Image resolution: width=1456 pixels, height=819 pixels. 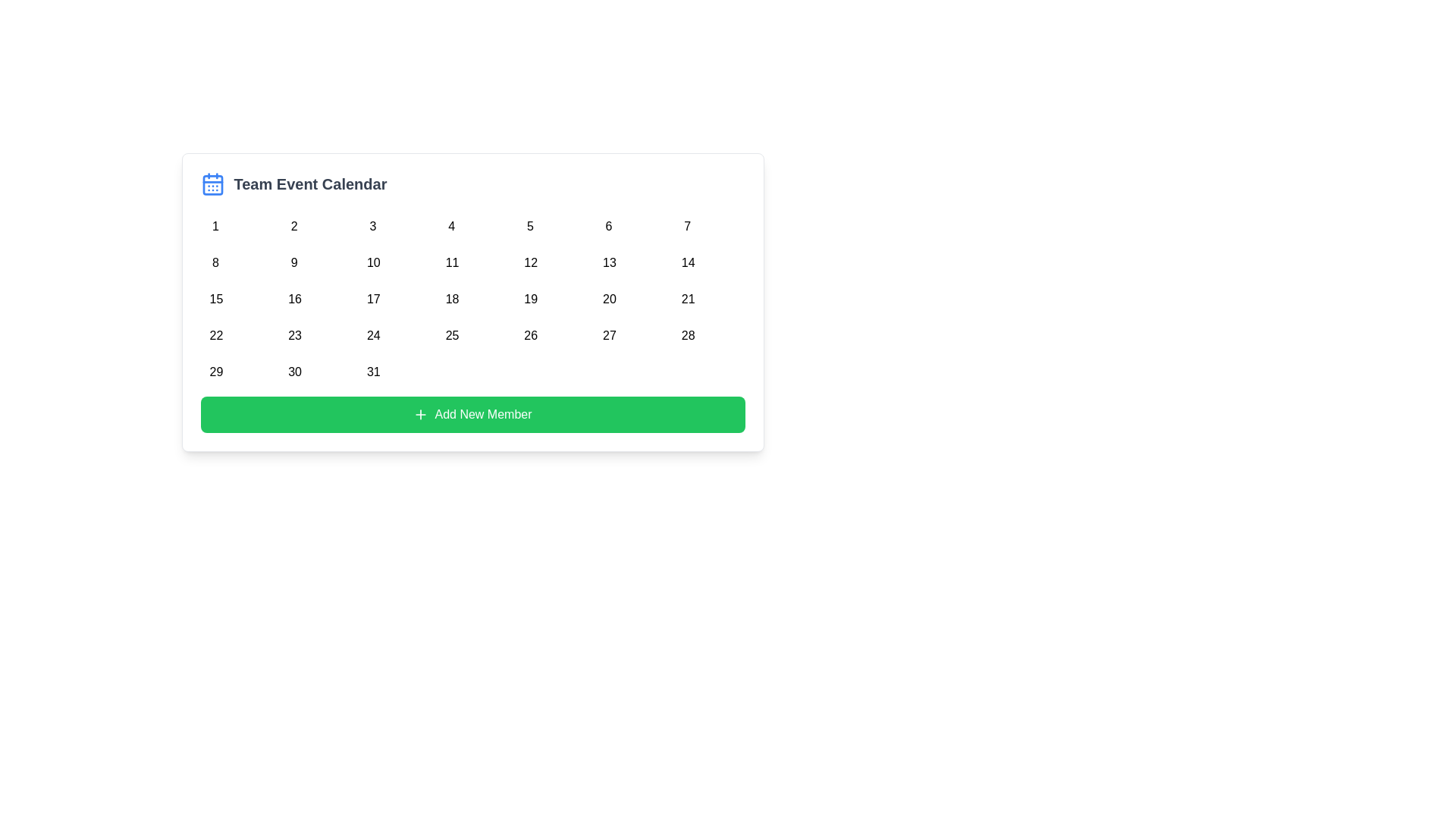 I want to click on the day selection button for the 13th day of the month in the 'Team Event Calendar' card, so click(x=609, y=259).